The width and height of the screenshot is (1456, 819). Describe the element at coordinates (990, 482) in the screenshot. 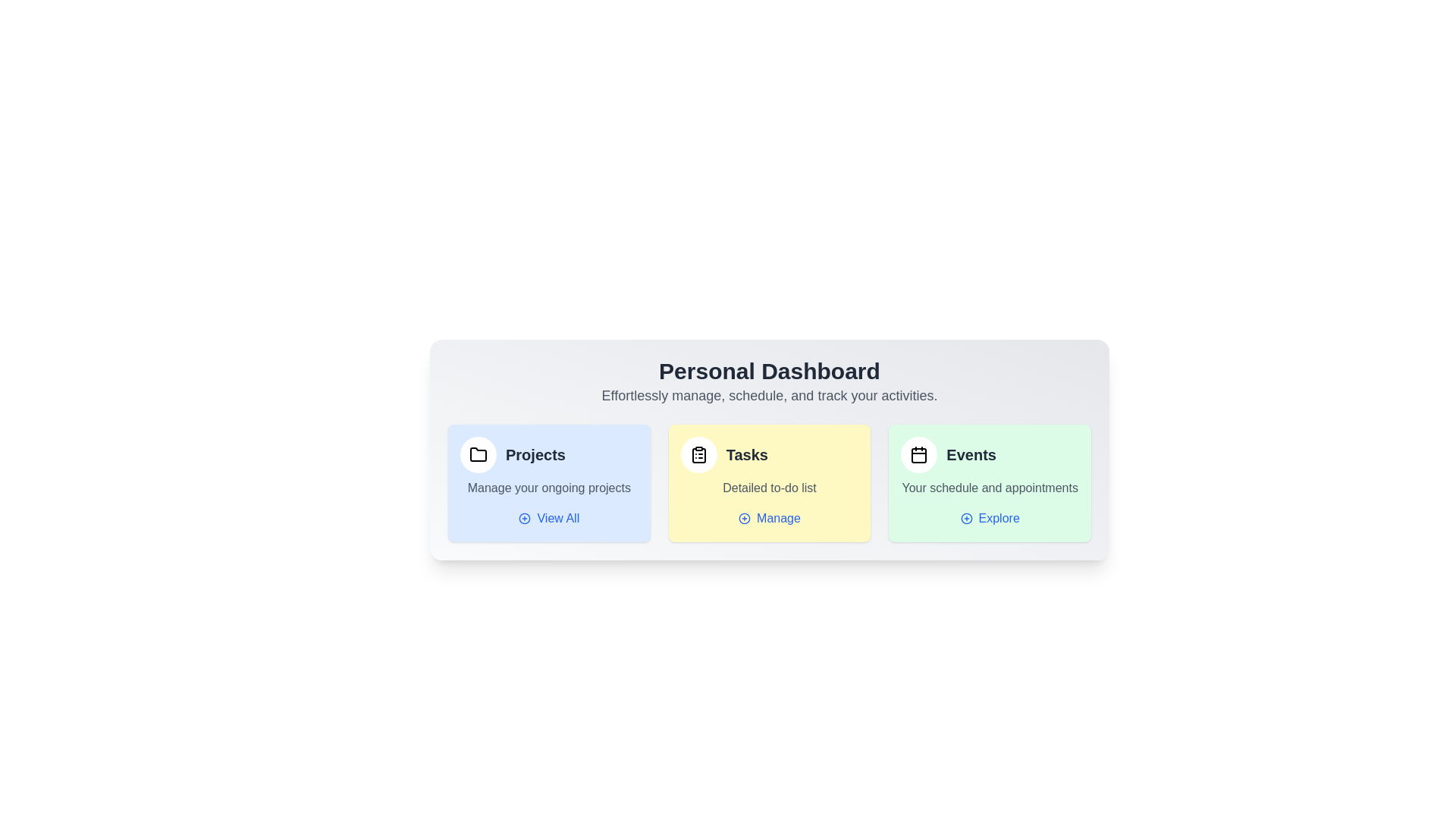

I see `the section labeled Events` at that location.